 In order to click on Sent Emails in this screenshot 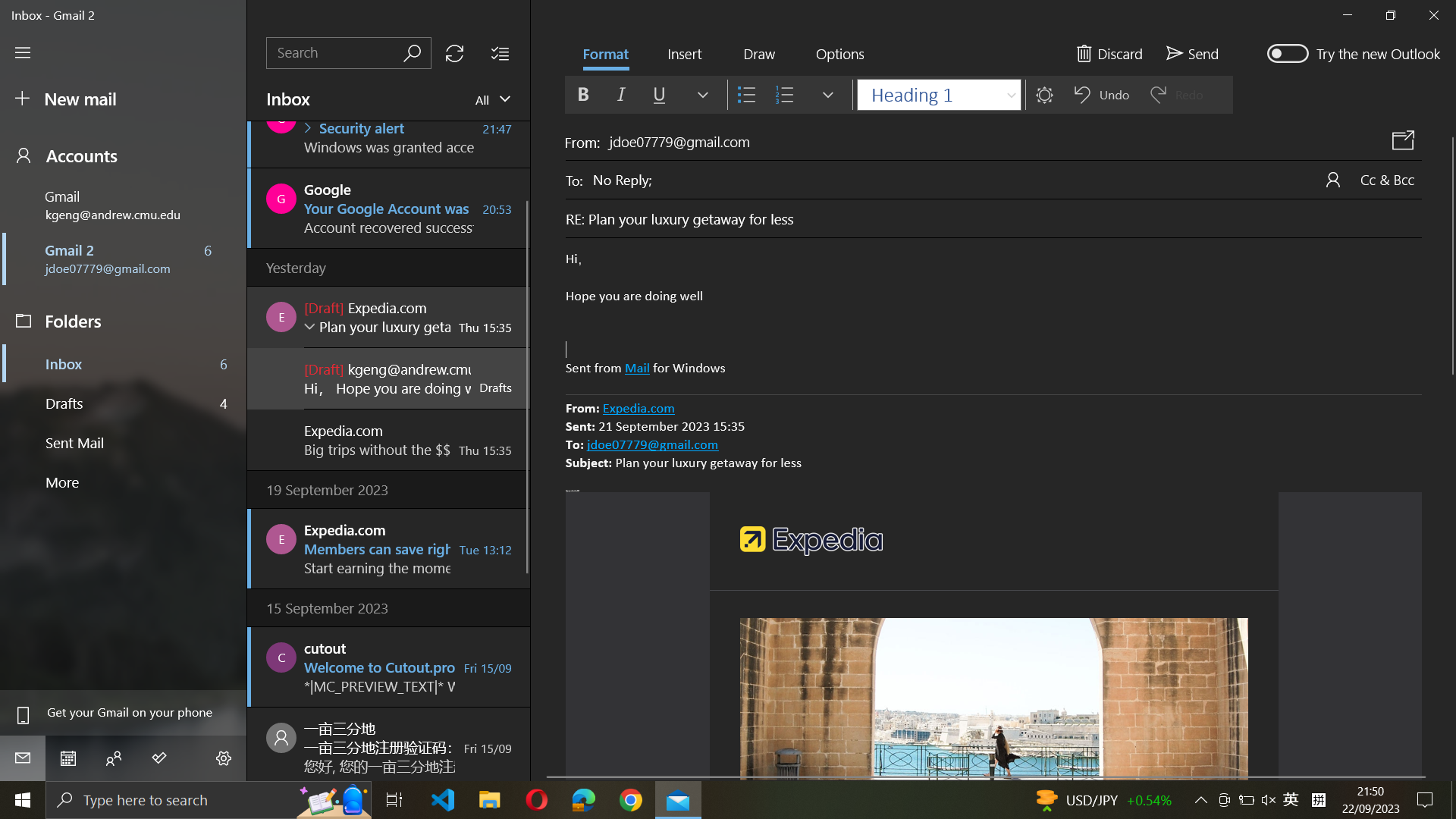, I will do `click(124, 444)`.